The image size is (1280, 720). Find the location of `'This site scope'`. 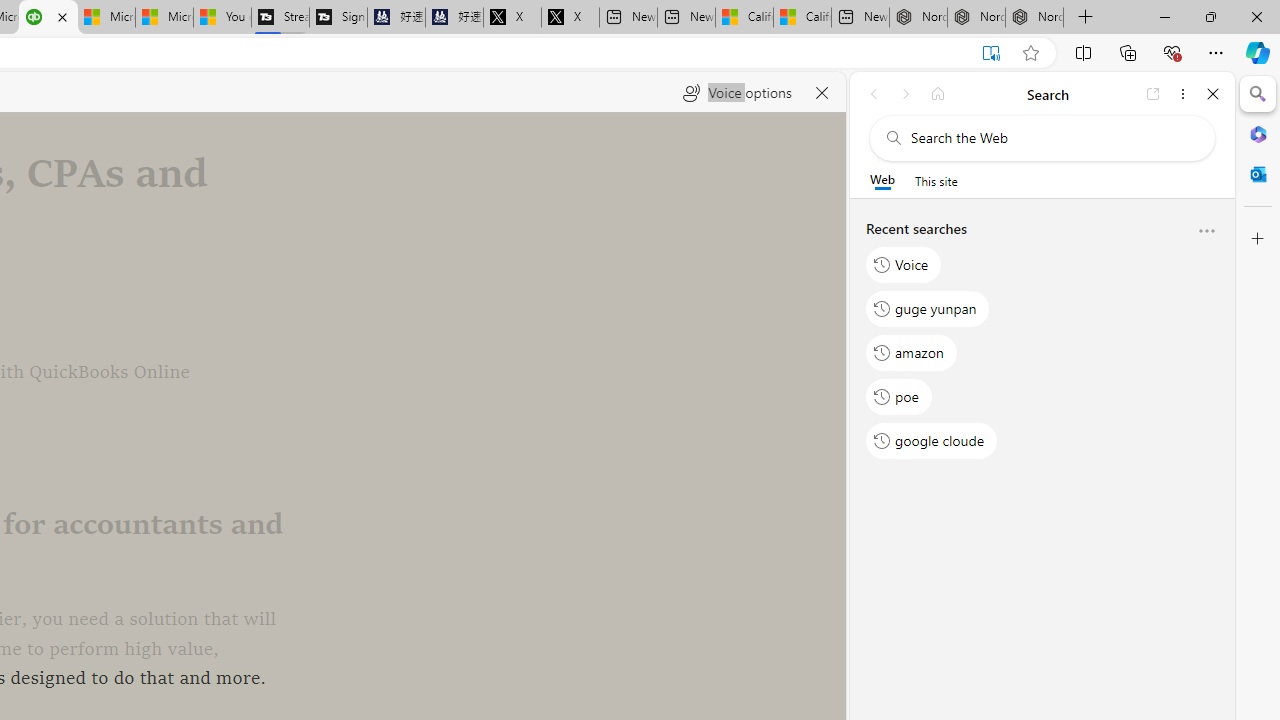

'This site scope' is located at coordinates (935, 180).